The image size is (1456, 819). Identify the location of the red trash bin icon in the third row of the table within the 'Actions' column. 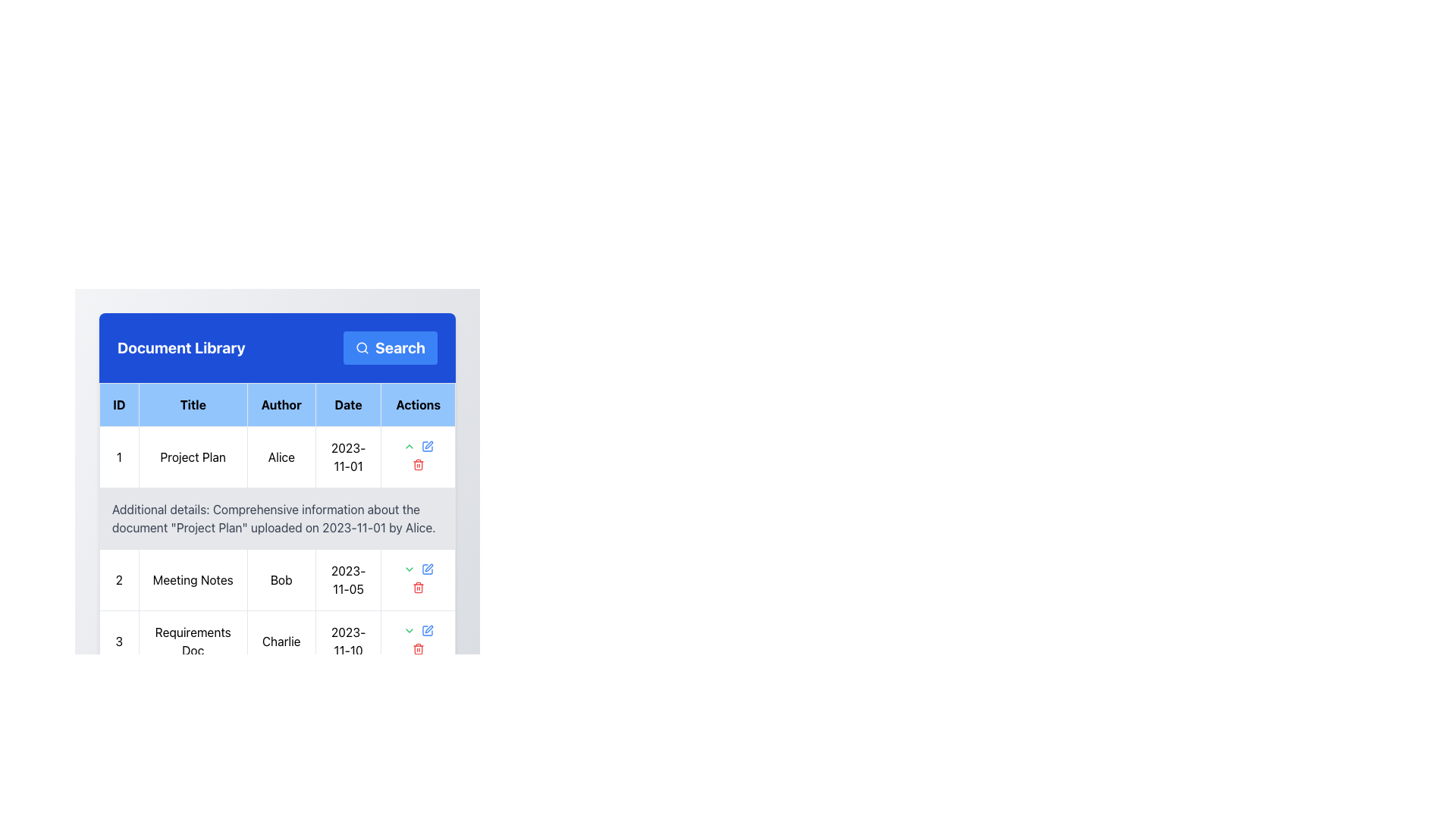
(418, 587).